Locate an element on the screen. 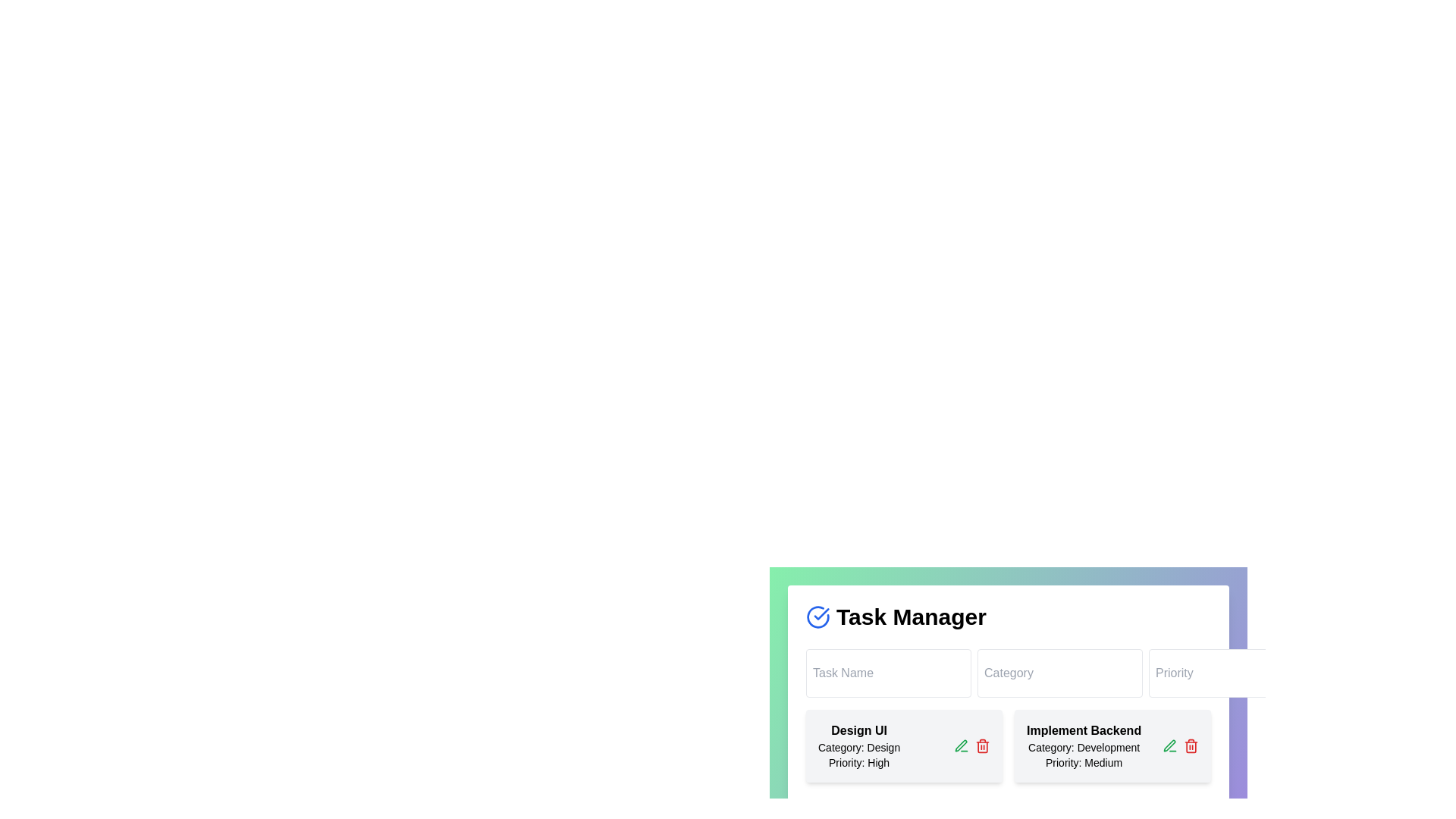 The image size is (1456, 819). category specified by the text label indicating that the task 'Implement Backend' belongs to the 'Development' category, which is located below the task title and above the priority label is located at coordinates (1083, 747).